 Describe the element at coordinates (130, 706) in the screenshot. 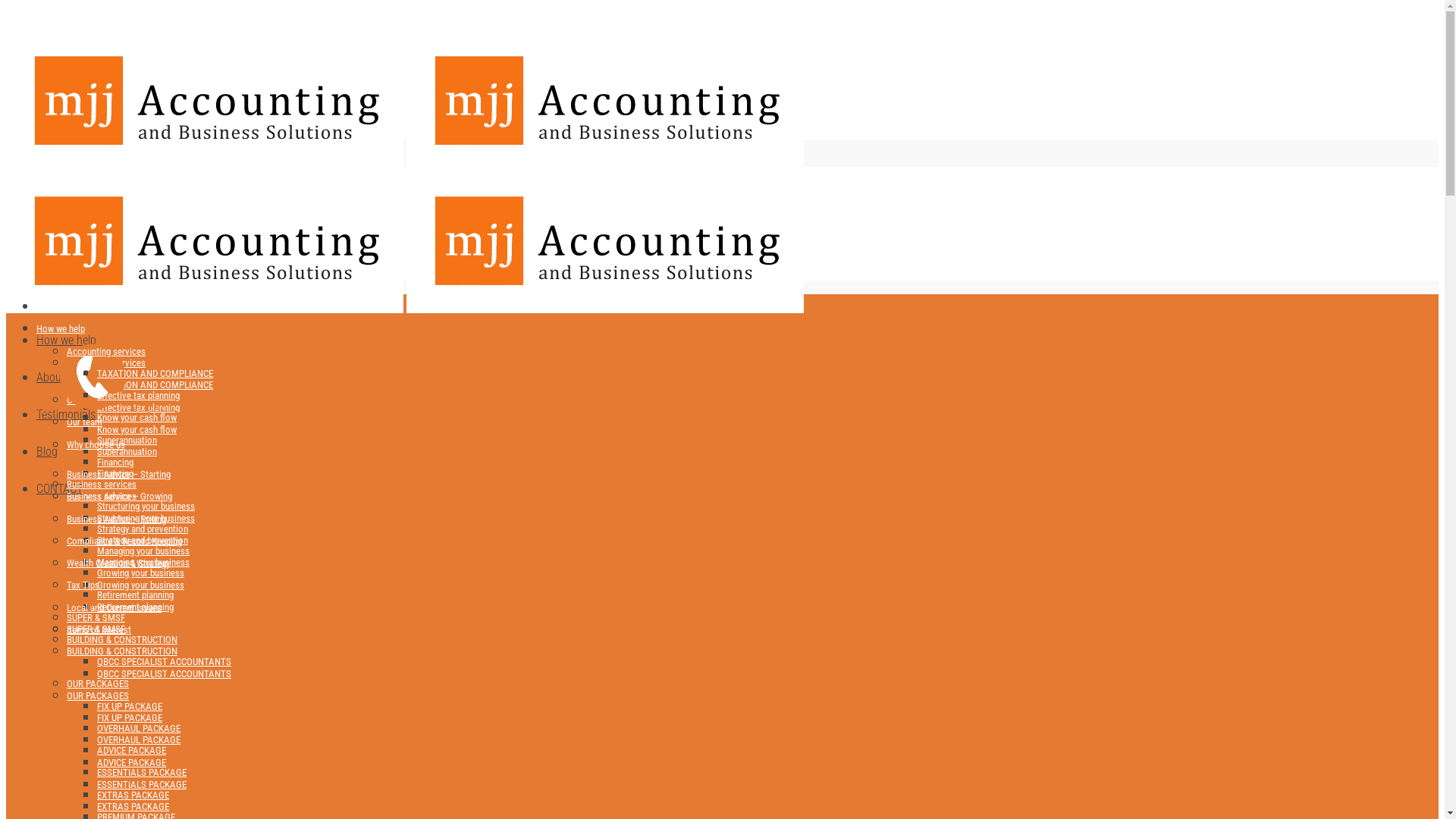

I see `'FIX UP PACKAGE'` at that location.